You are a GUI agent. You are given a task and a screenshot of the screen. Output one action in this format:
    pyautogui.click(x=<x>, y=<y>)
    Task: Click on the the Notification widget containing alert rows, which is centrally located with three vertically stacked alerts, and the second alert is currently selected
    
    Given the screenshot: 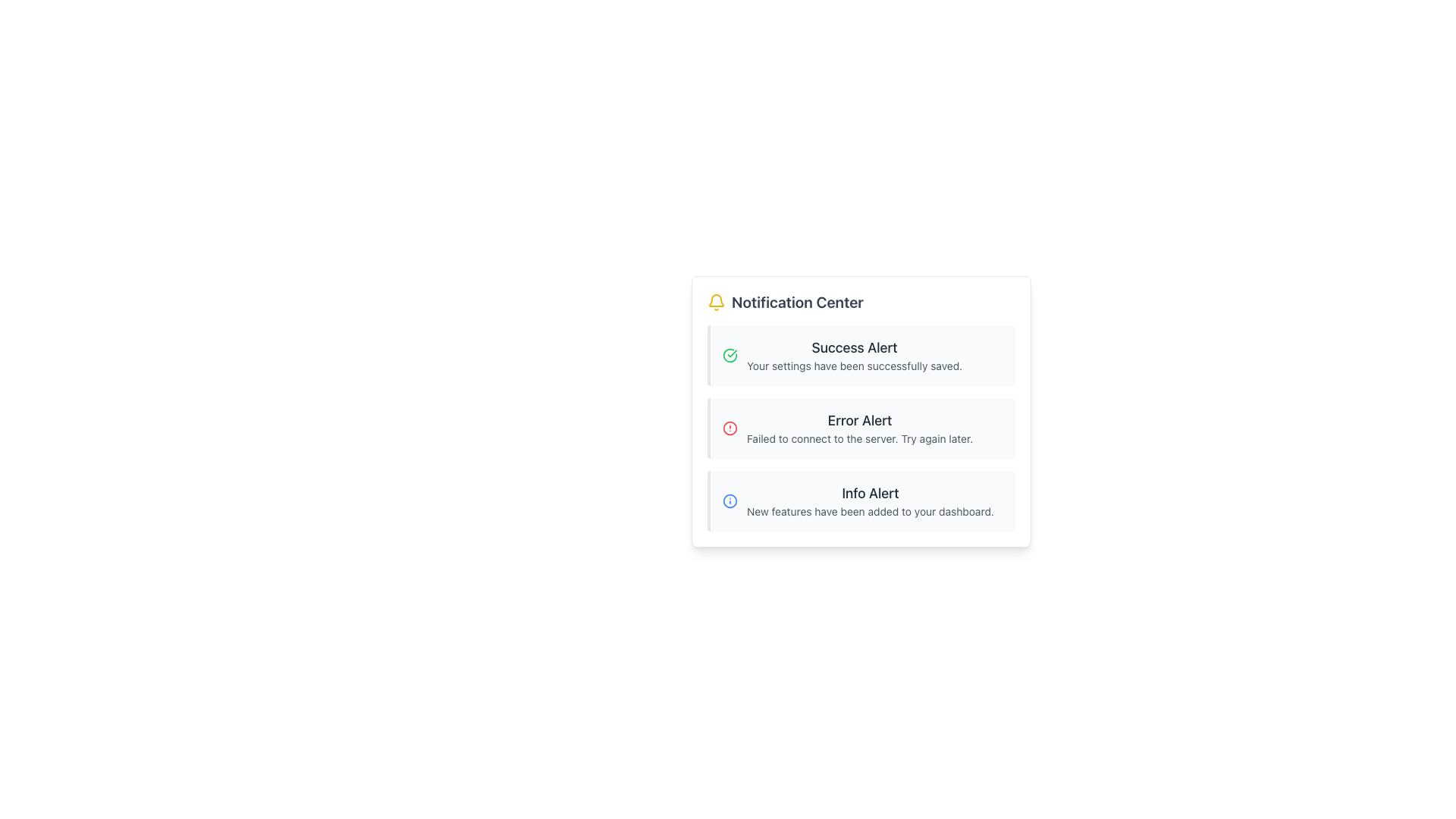 What is the action you would take?
    pyautogui.click(x=861, y=412)
    